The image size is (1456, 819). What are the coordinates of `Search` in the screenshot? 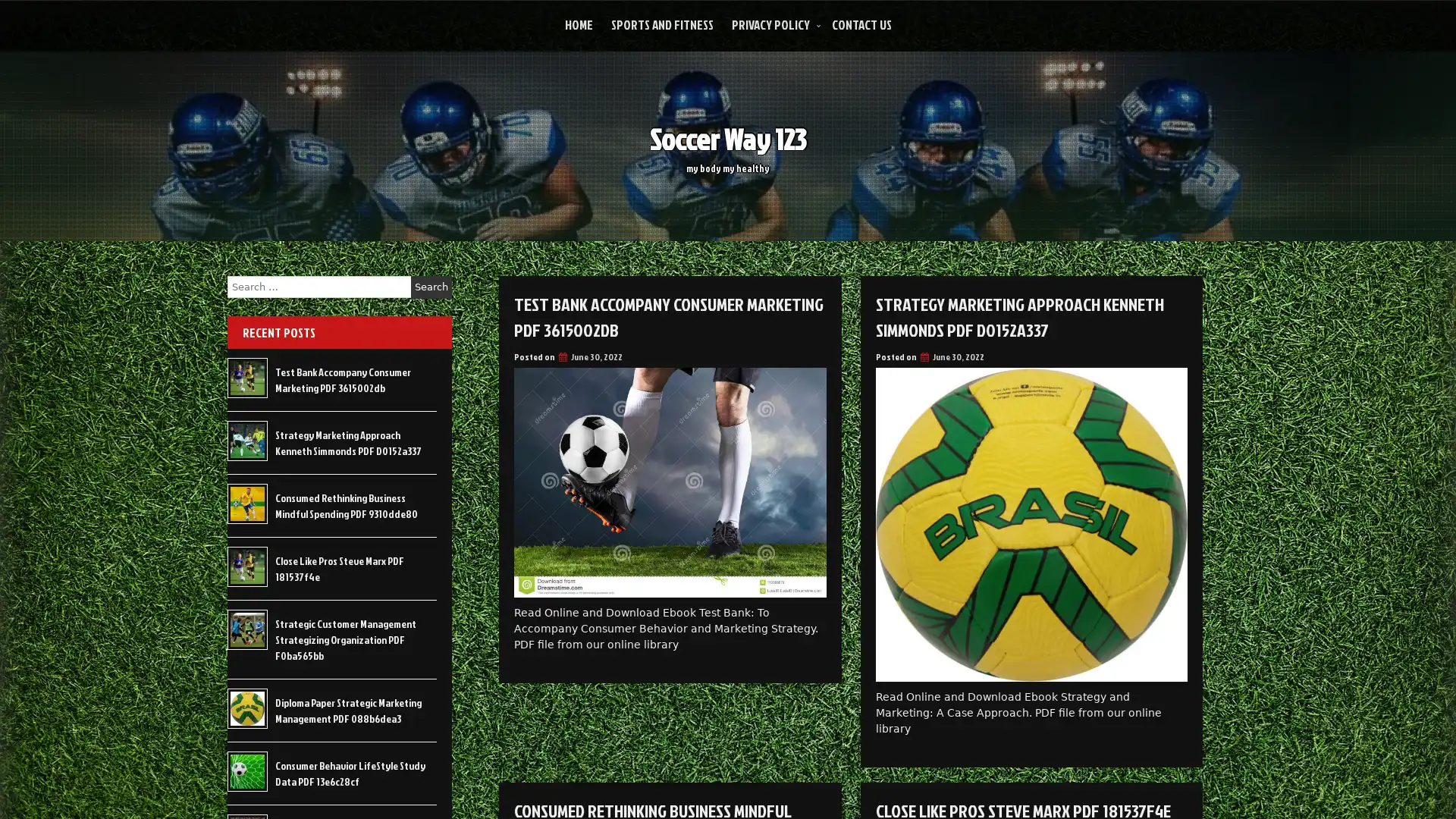 It's located at (431, 287).